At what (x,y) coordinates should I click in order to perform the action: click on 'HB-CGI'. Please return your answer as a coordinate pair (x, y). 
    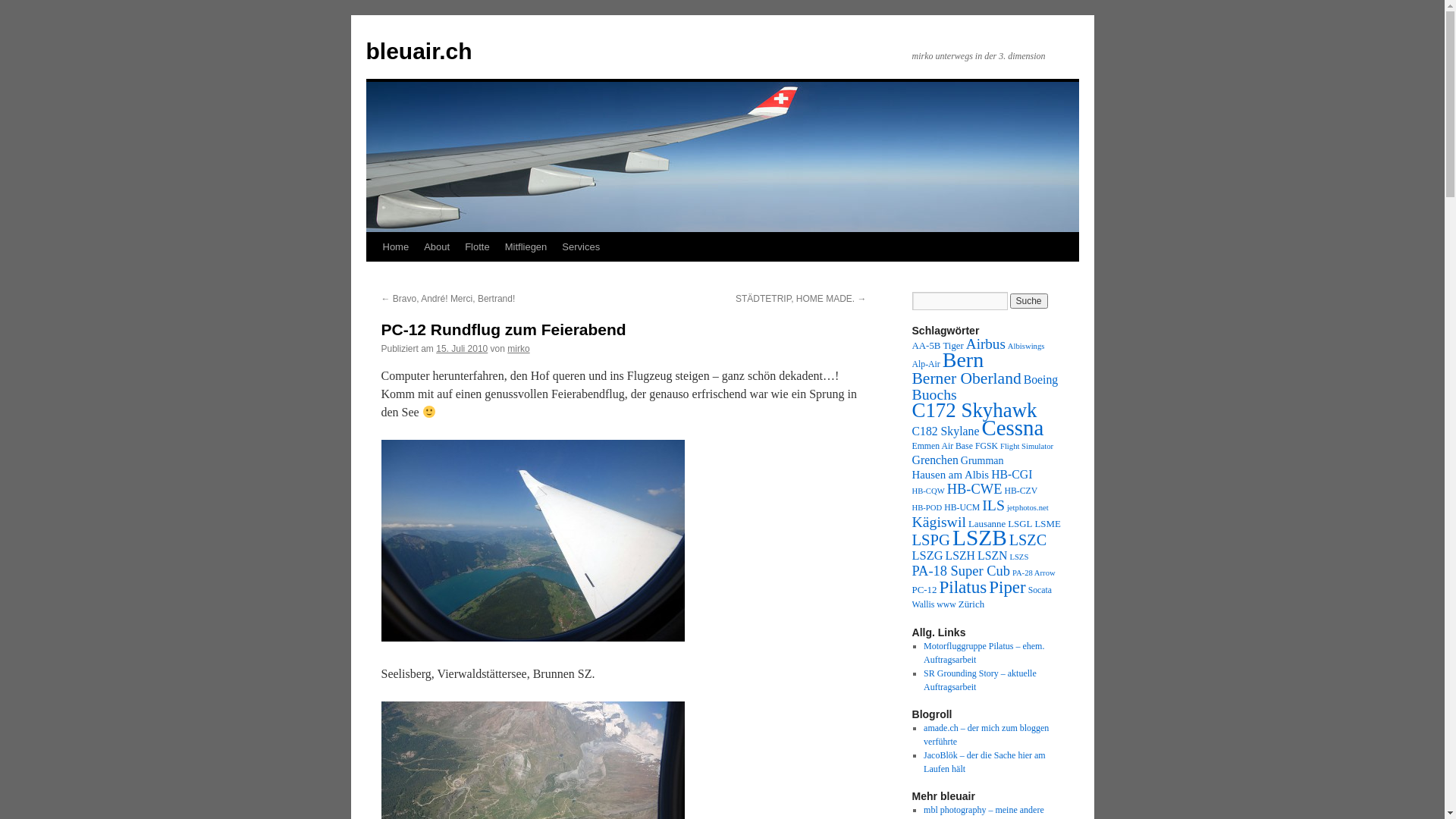
    Looking at the image, I should click on (1012, 473).